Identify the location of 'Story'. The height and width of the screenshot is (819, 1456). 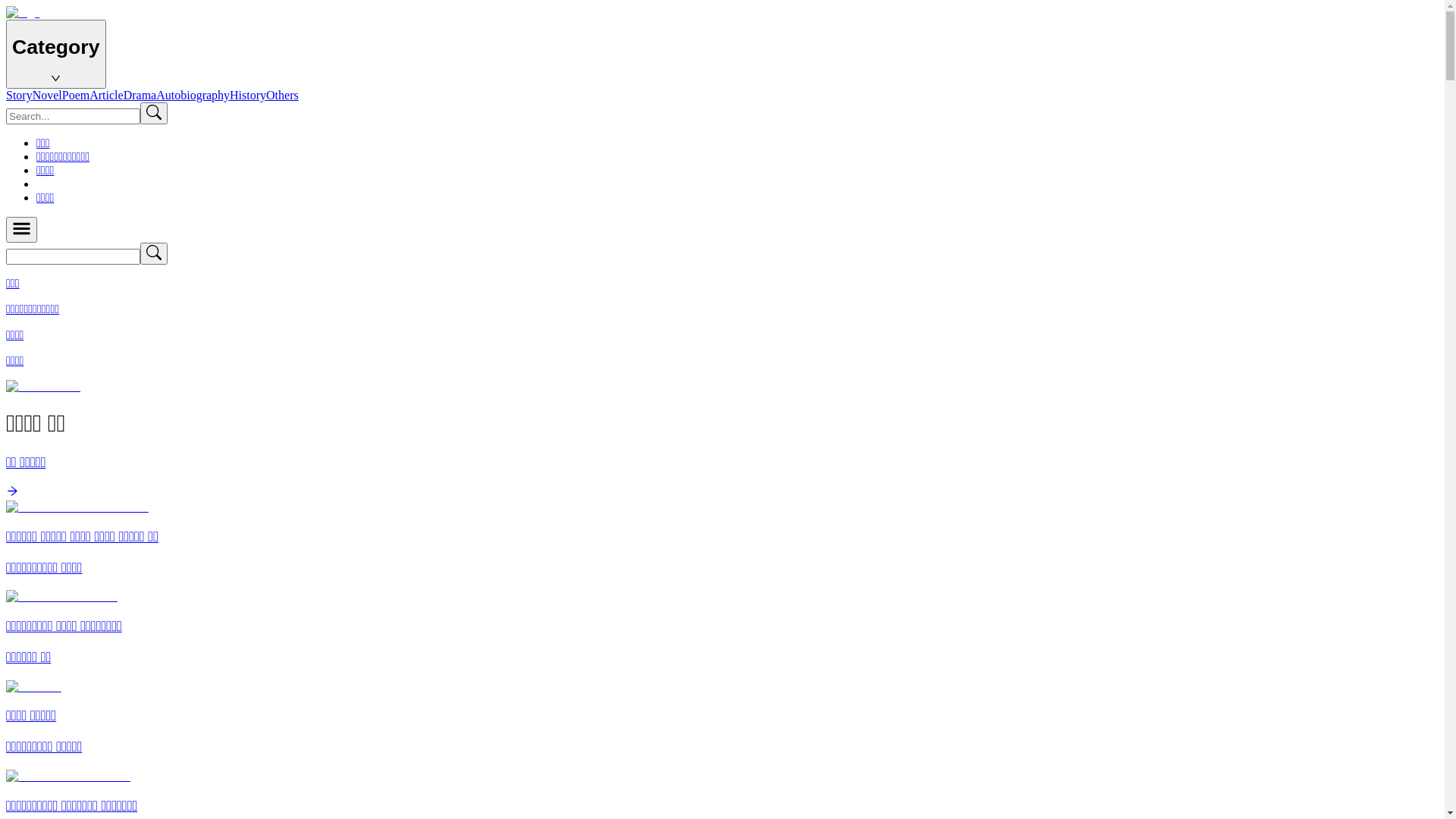
(19, 95).